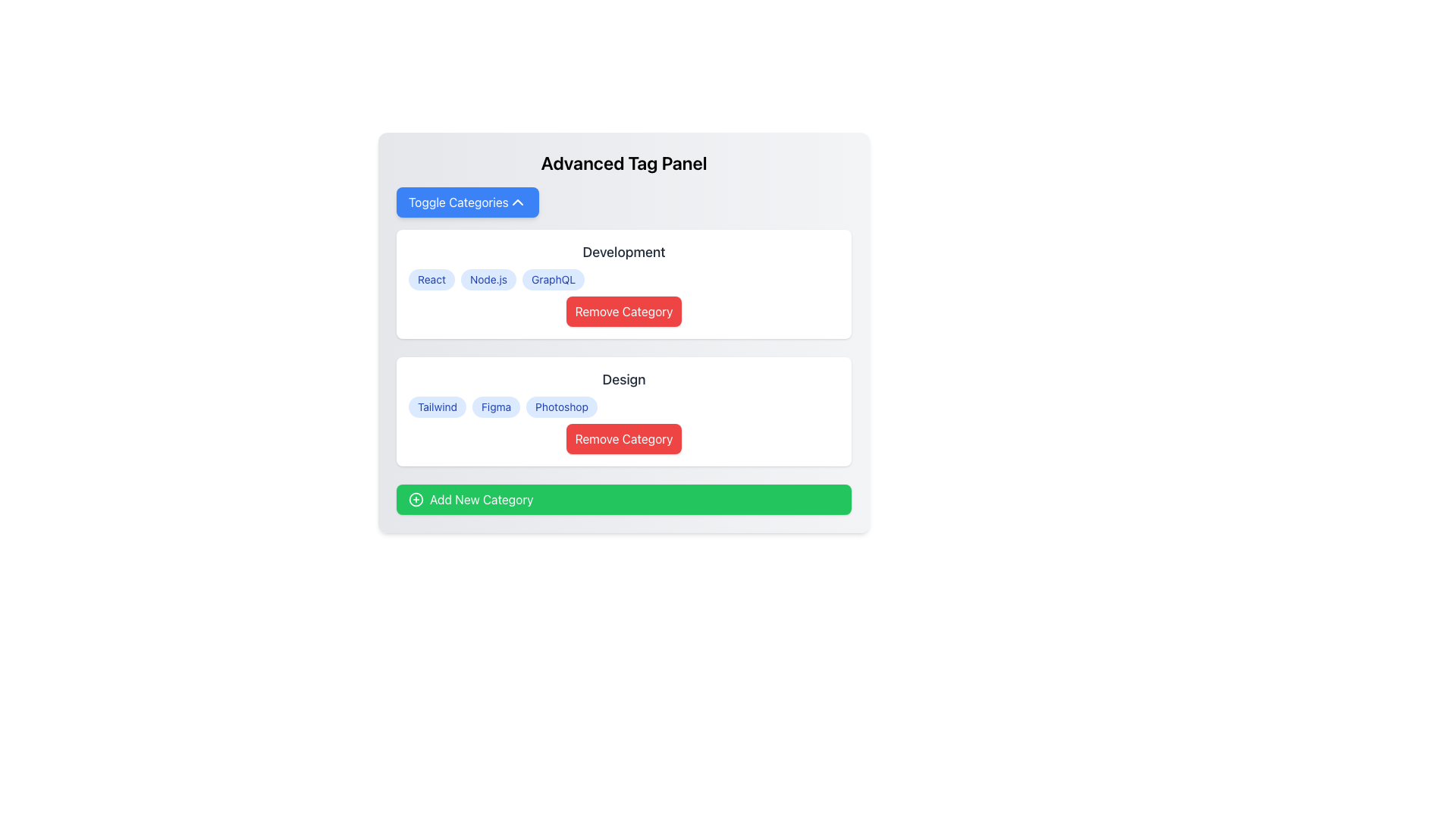  What do you see at coordinates (623, 311) in the screenshot?
I see `the button located in the bottom-right corner of the white card section beneath the 'Development' header to change its color` at bounding box center [623, 311].